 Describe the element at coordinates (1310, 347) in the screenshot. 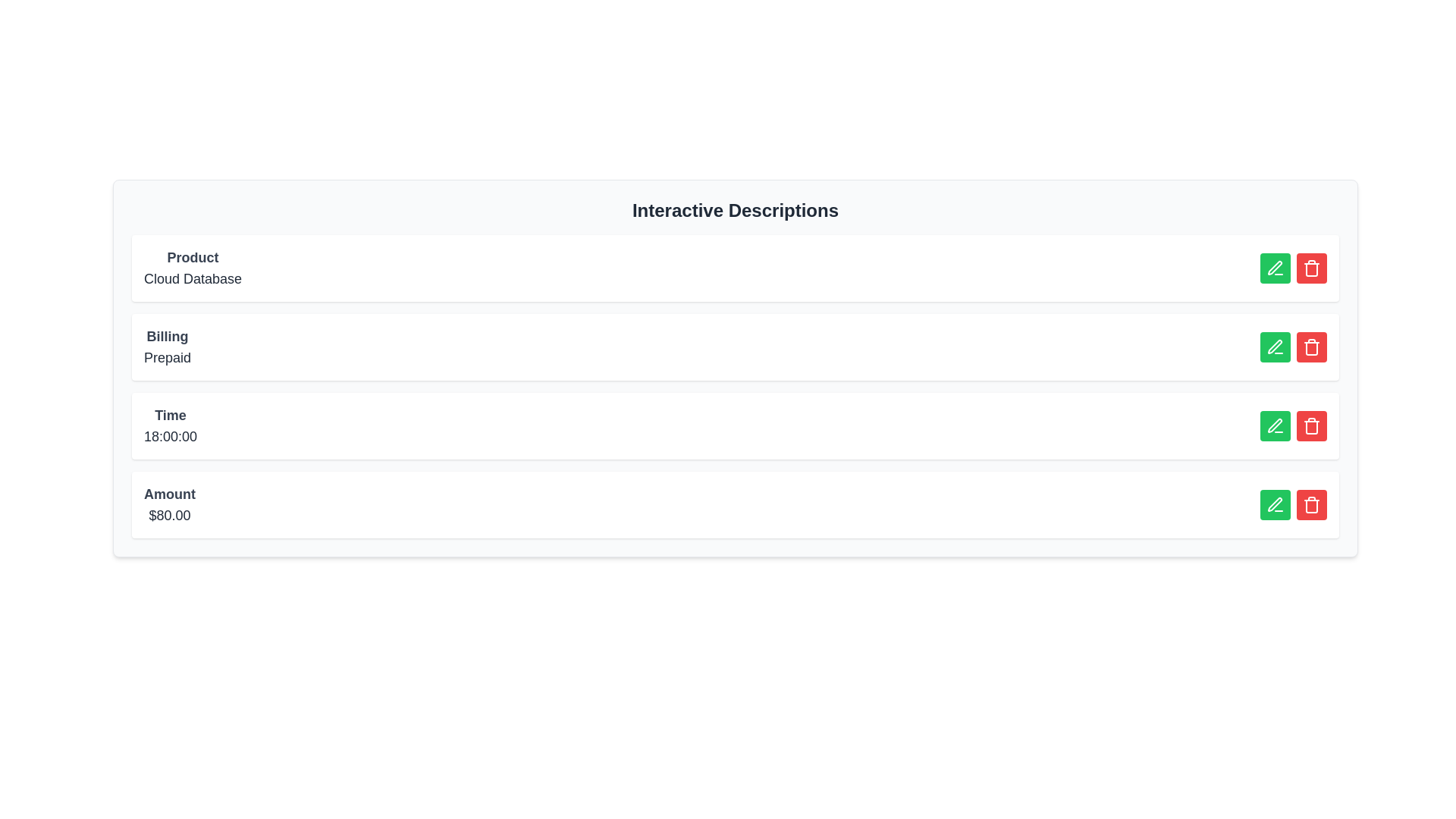

I see `the trash bin icon, which is an outlined design with rounded corners, located on the far right side of the interface within a red circular button` at that location.